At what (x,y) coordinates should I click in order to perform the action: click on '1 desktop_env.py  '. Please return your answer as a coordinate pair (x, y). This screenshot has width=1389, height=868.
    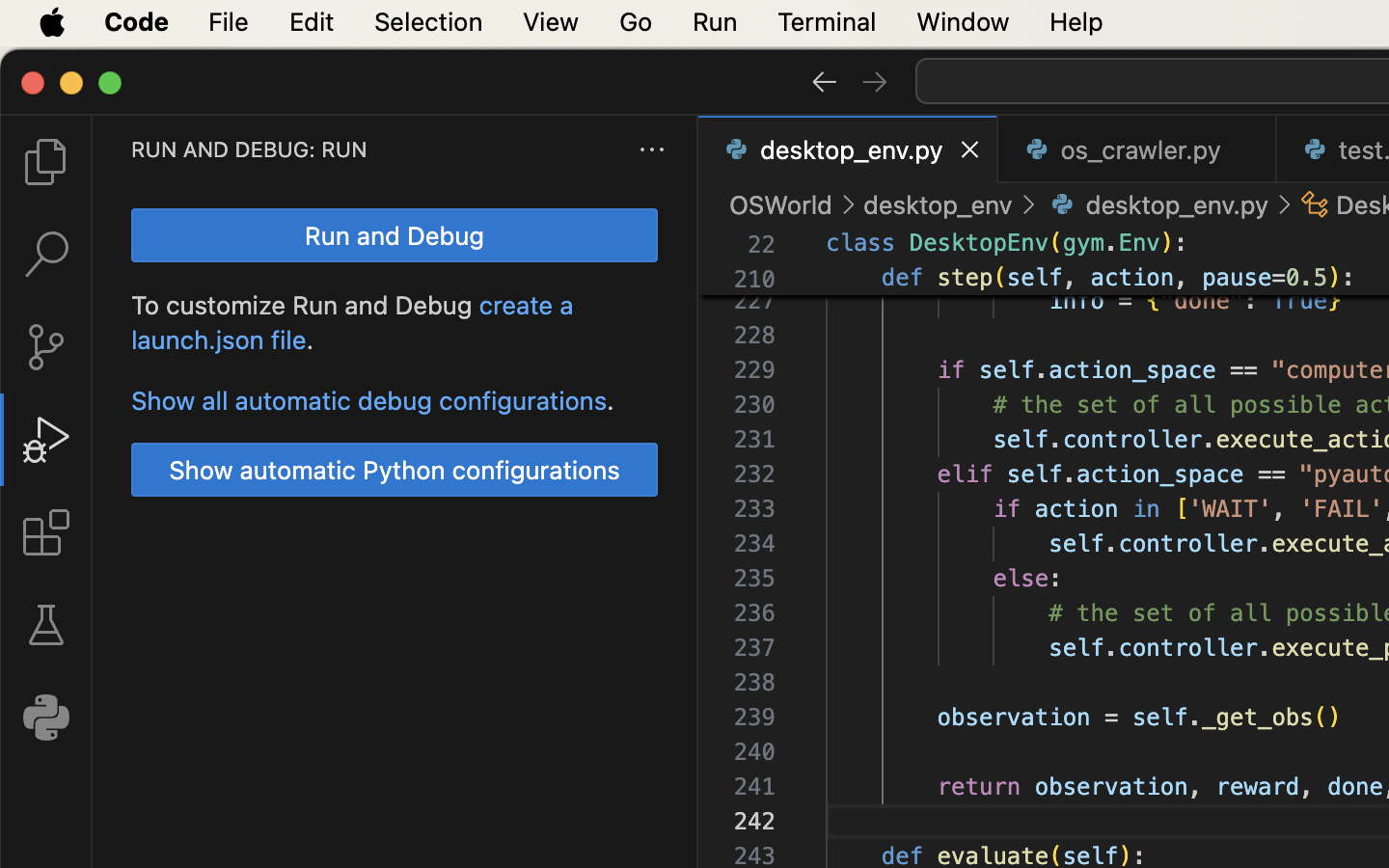
    Looking at the image, I should click on (847, 149).